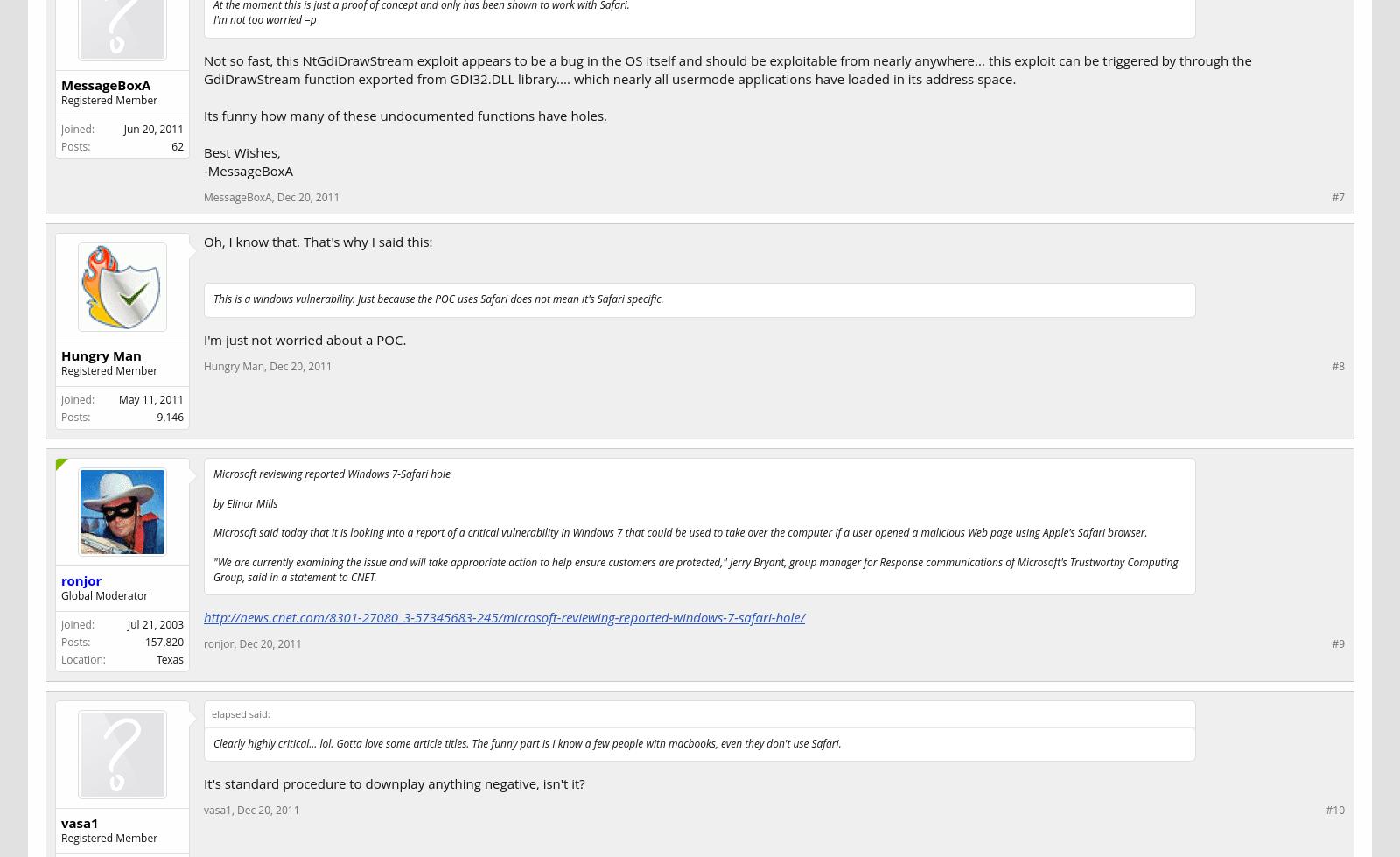  I want to click on '#8', so click(1338, 365).